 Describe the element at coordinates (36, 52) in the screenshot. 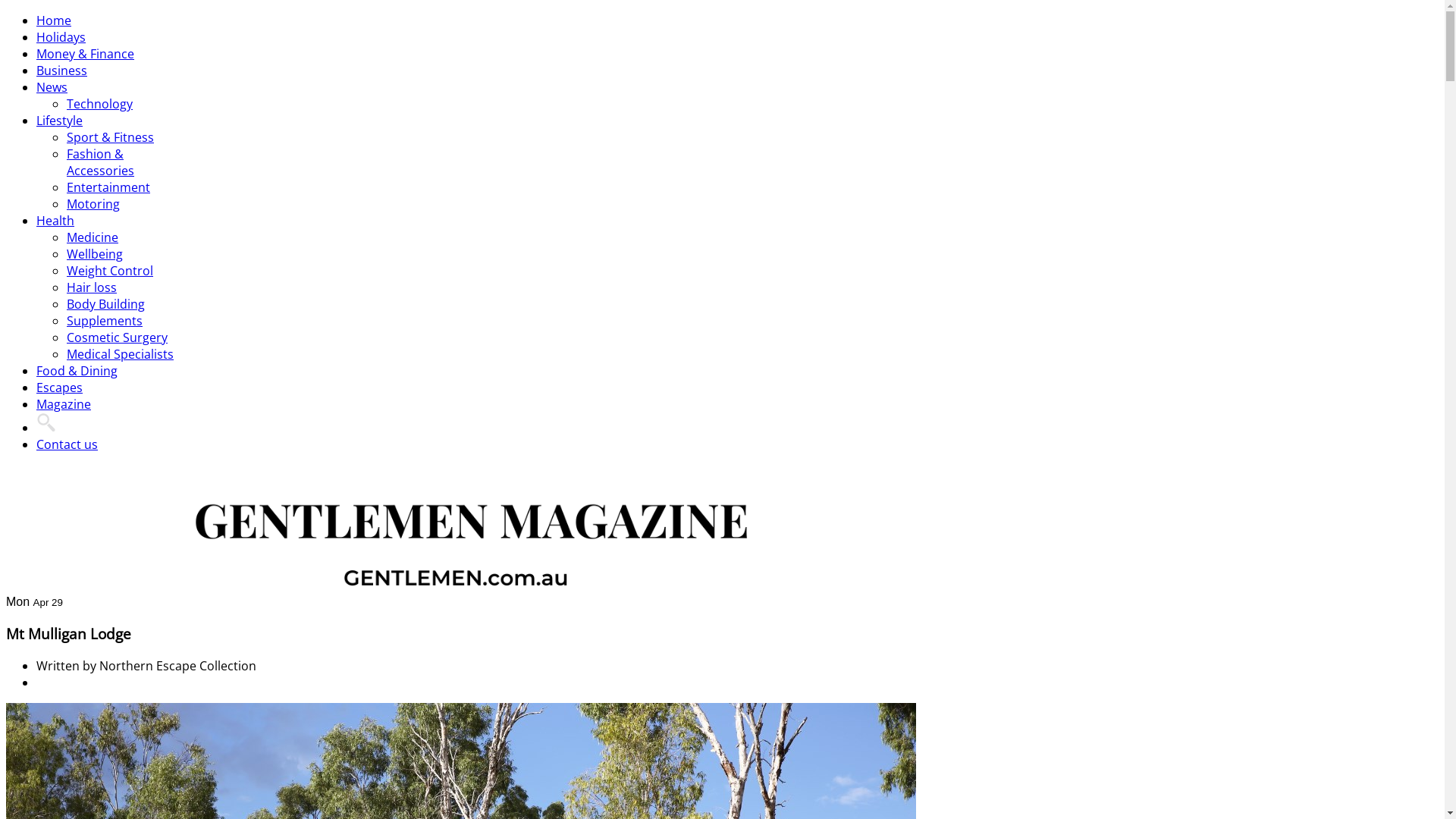

I see `'Money & Finance'` at that location.